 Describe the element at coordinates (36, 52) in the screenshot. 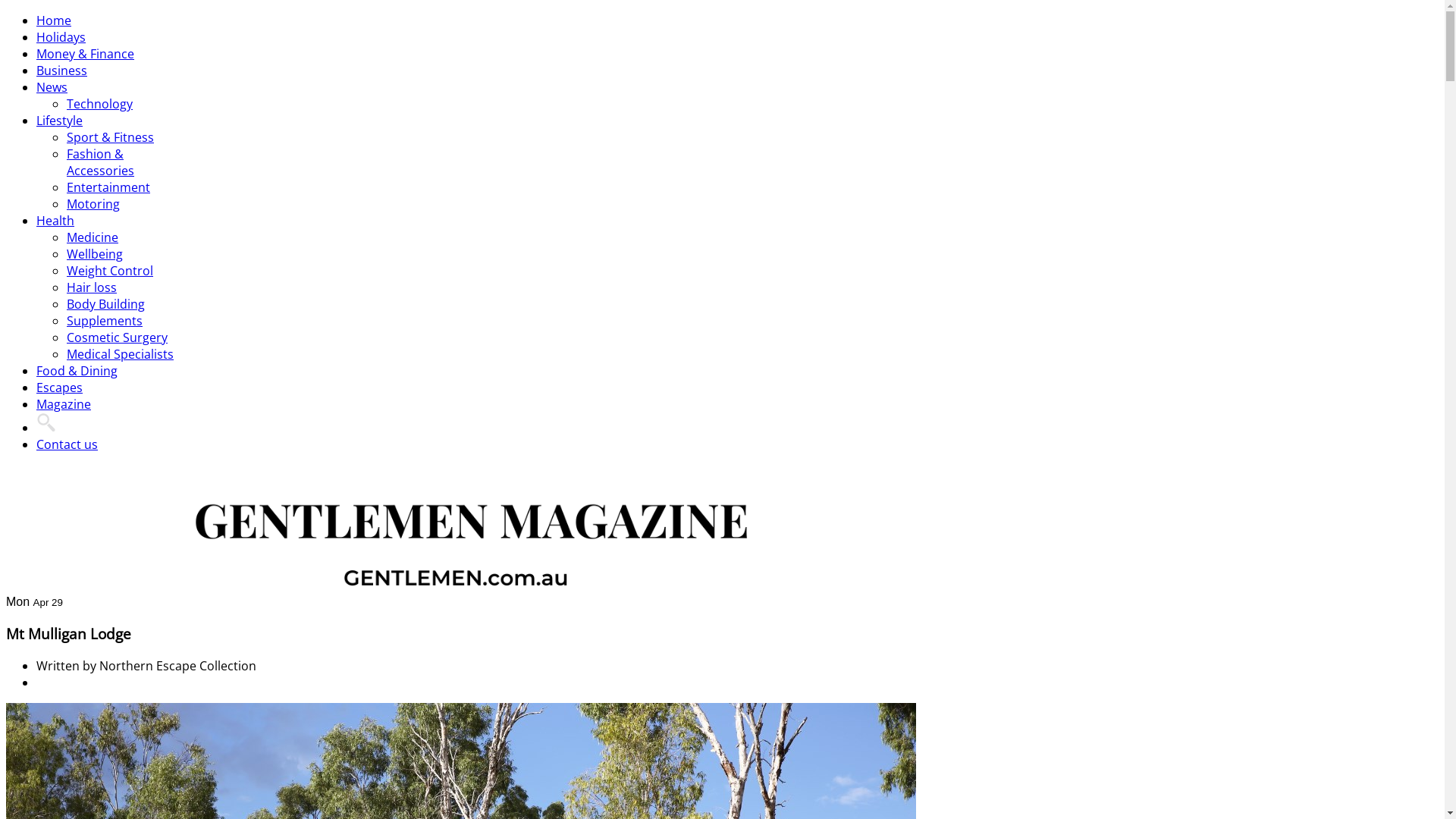

I see `'Money & Finance'` at that location.